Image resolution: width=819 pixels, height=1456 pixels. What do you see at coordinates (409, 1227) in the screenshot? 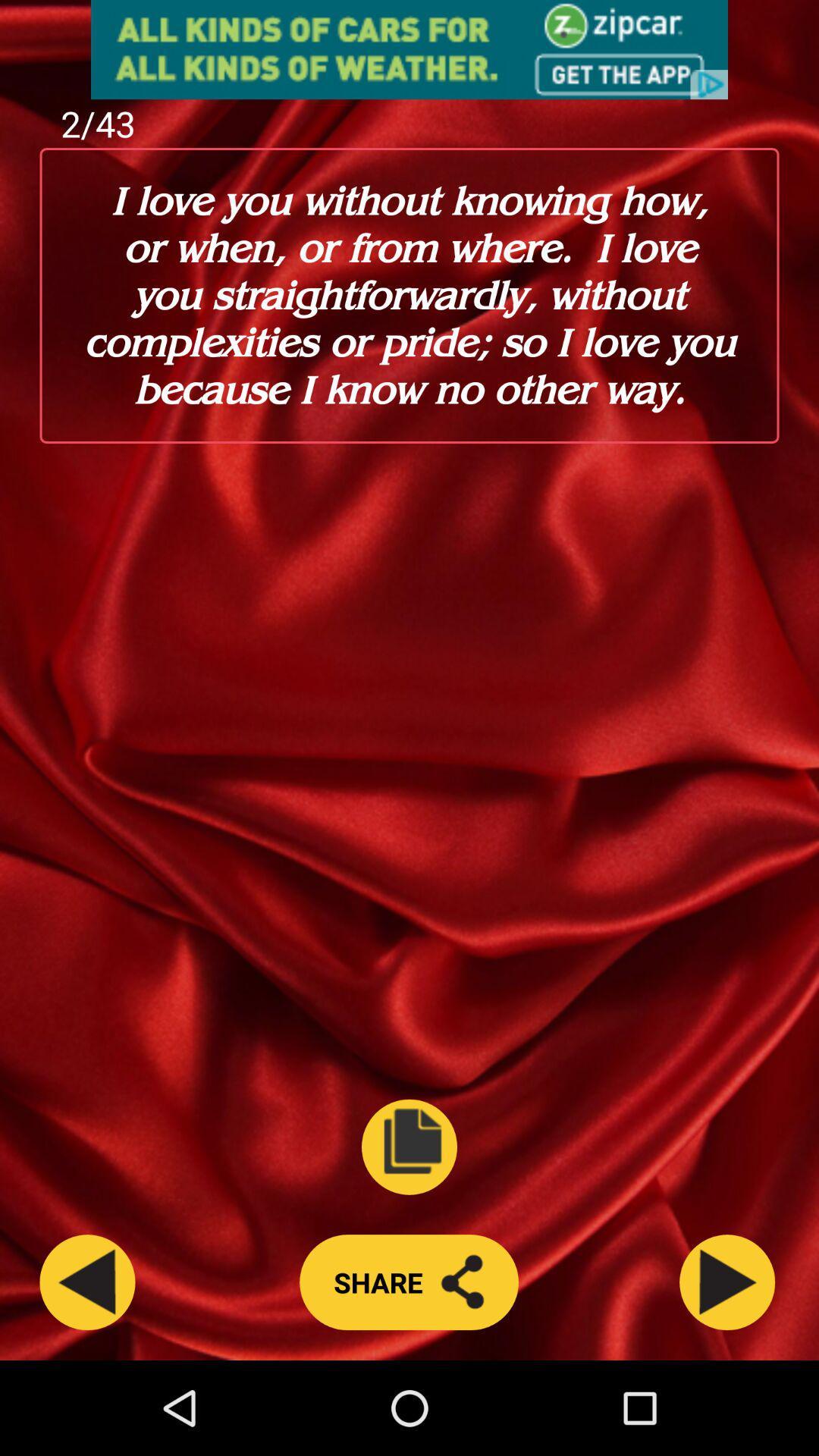
I see `the copy icon` at bounding box center [409, 1227].